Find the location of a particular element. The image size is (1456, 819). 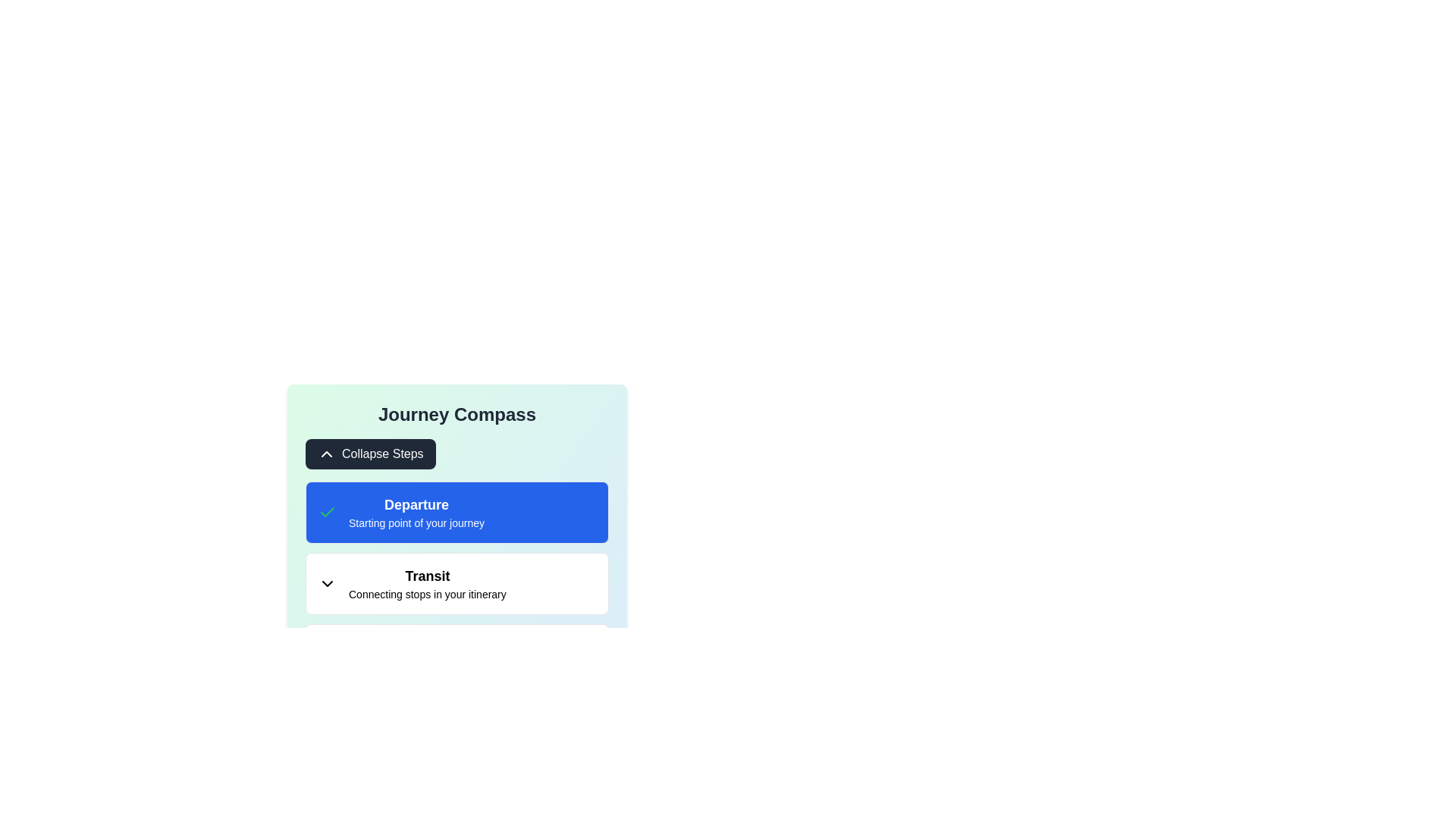

text content of the 'Departure' Step indicator button, which features a blue background, bold 'Departure' title, and subtitle 'Starting point of your journey' is located at coordinates (457, 512).